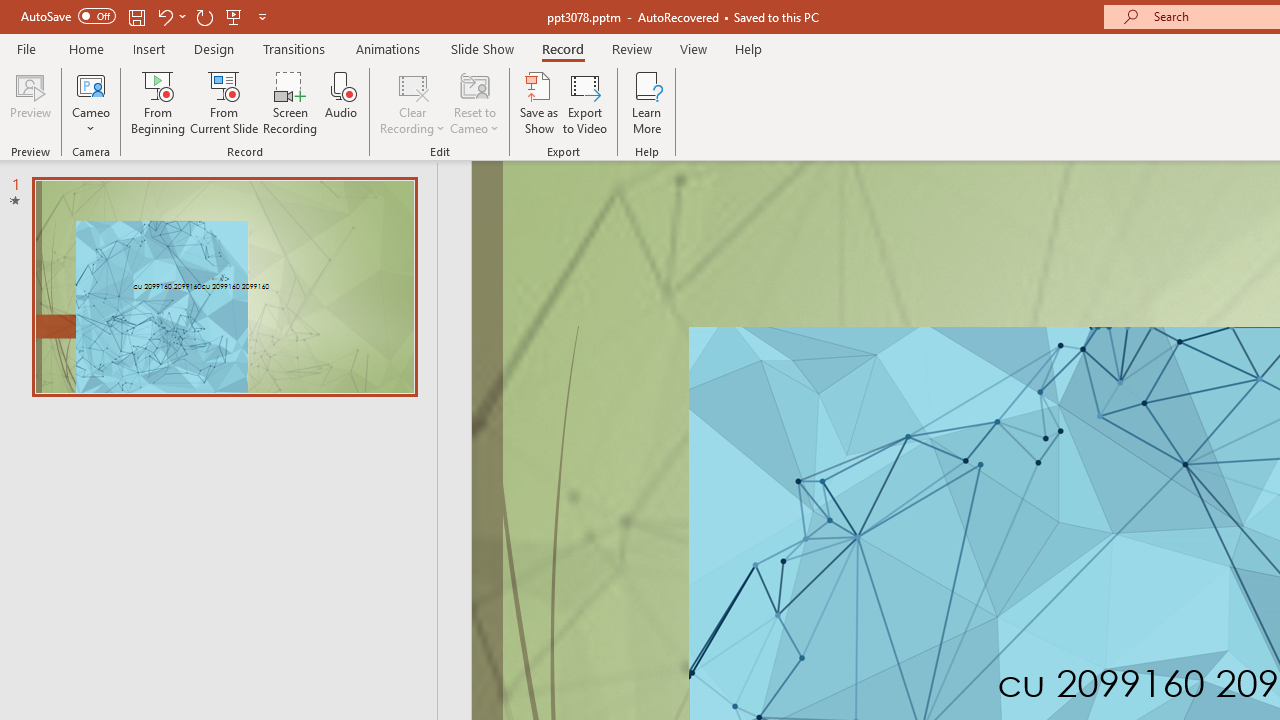 Image resolution: width=1280 pixels, height=720 pixels. Describe the element at coordinates (157, 103) in the screenshot. I see `'From Beginning...'` at that location.